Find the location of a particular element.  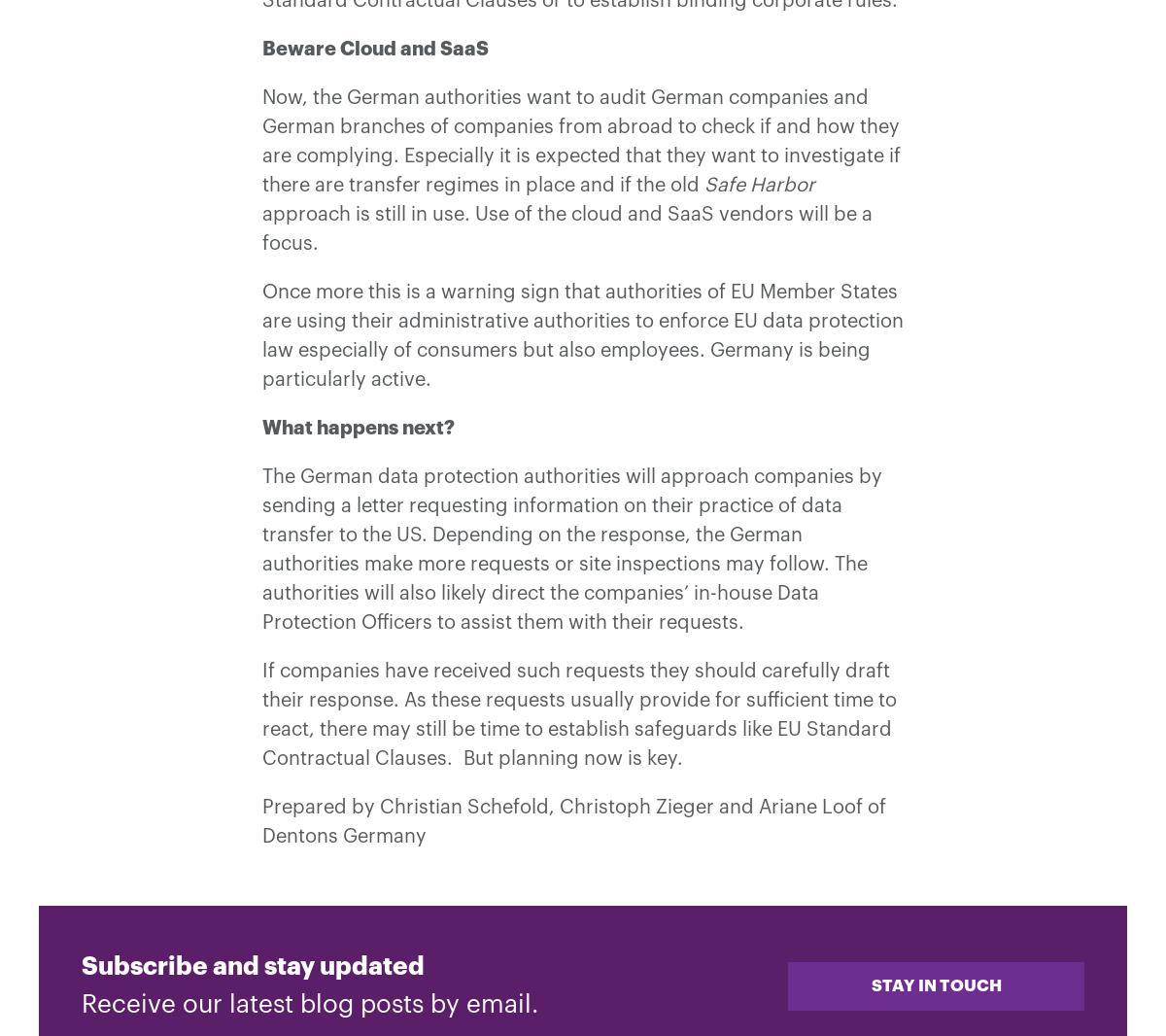

'Receive our latest blog posts by email.' is located at coordinates (309, 1005).